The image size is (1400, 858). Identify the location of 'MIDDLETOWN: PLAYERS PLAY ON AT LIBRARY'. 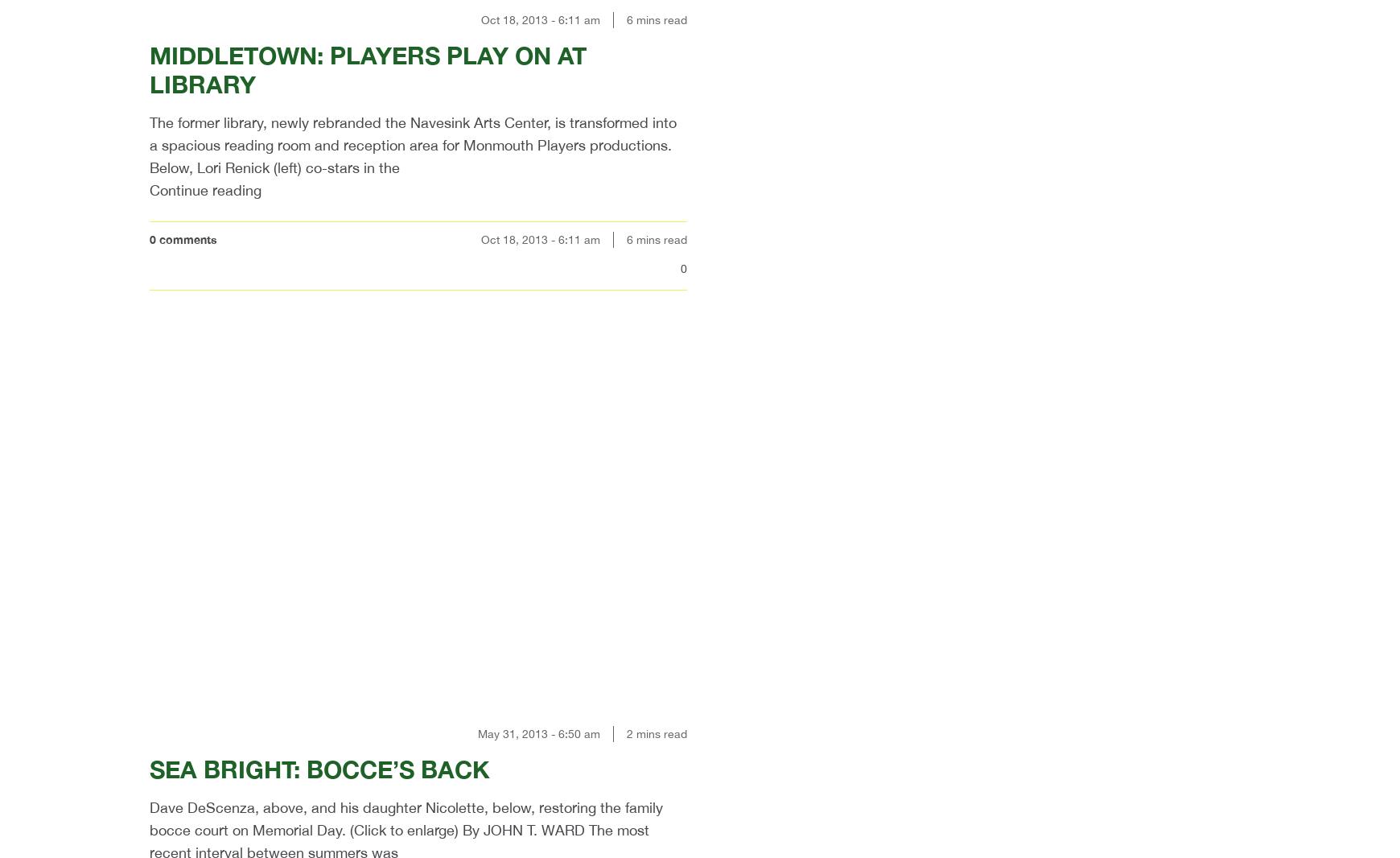
(367, 68).